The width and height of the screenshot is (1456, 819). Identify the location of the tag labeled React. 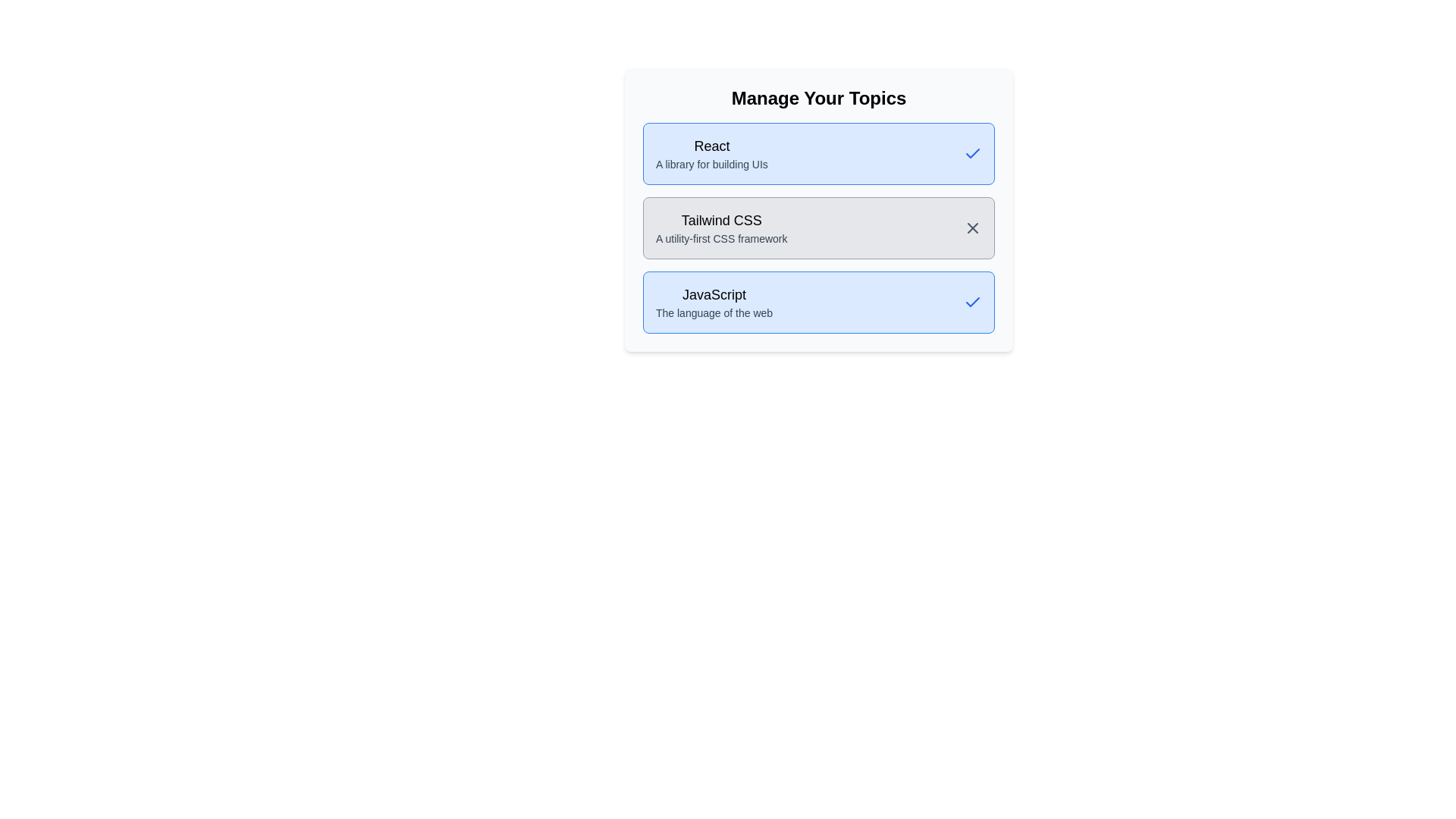
(818, 154).